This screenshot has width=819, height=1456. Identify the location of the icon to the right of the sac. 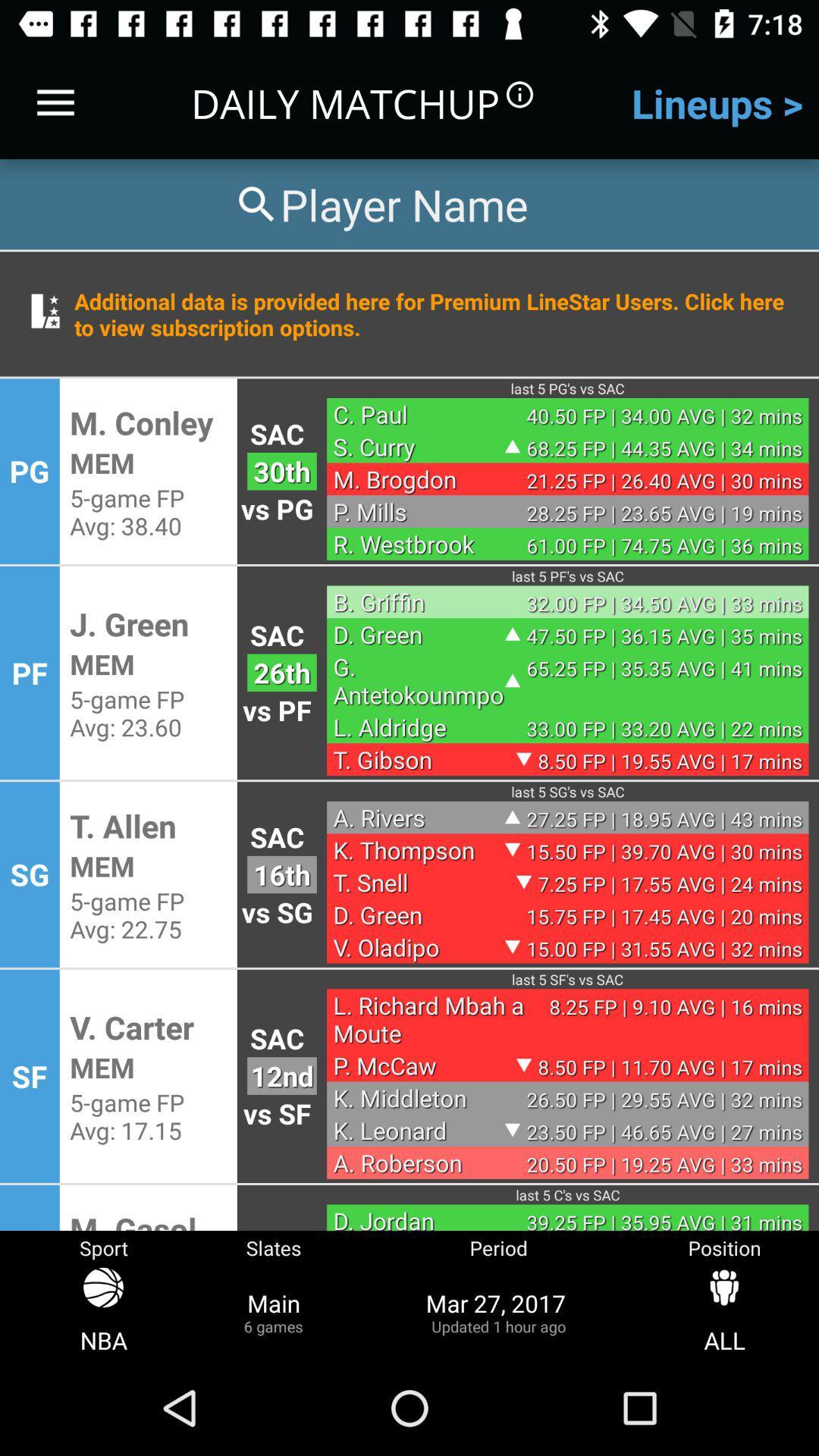
(419, 414).